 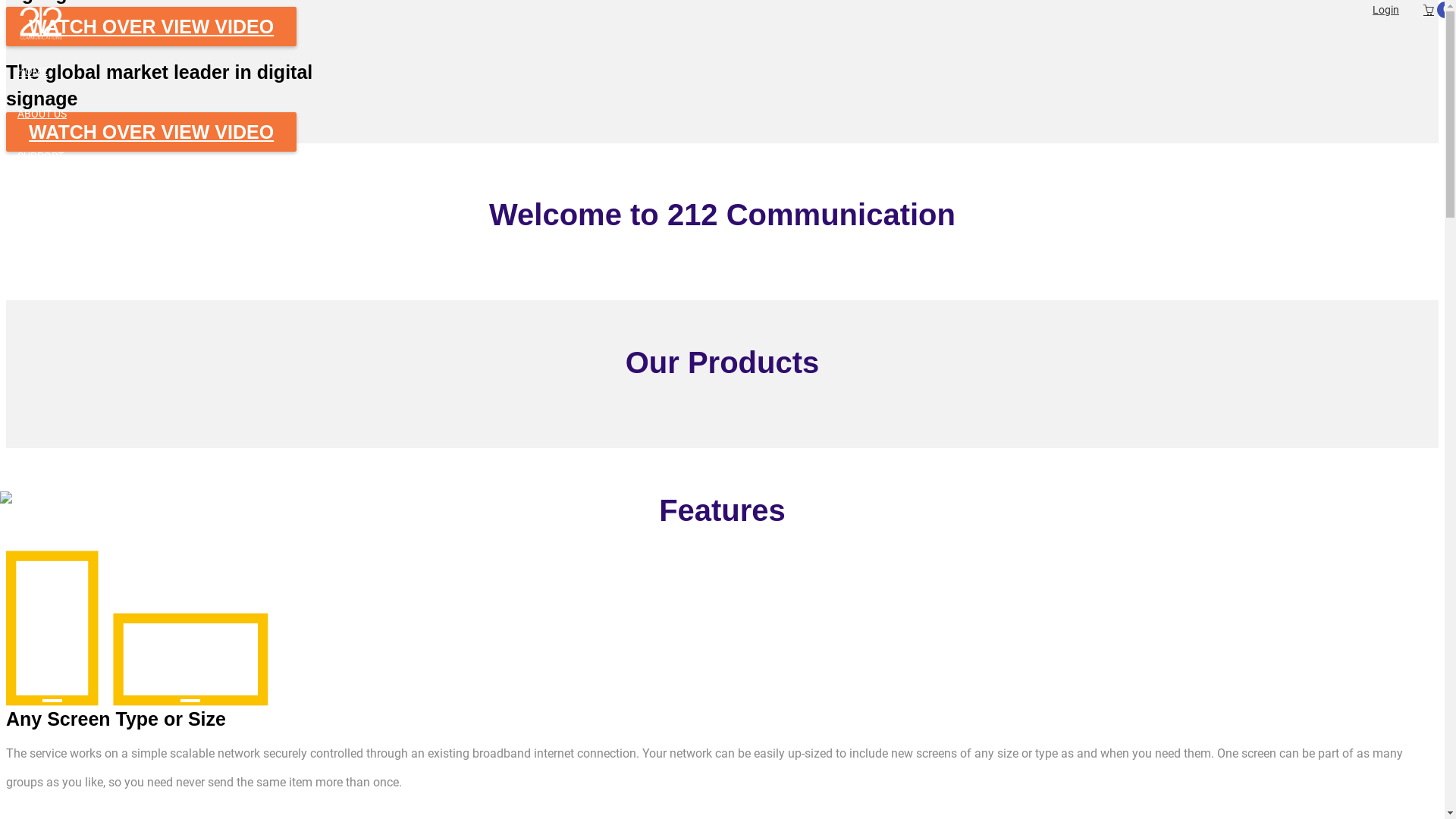 I want to click on '0', so click(x=1411, y=11).